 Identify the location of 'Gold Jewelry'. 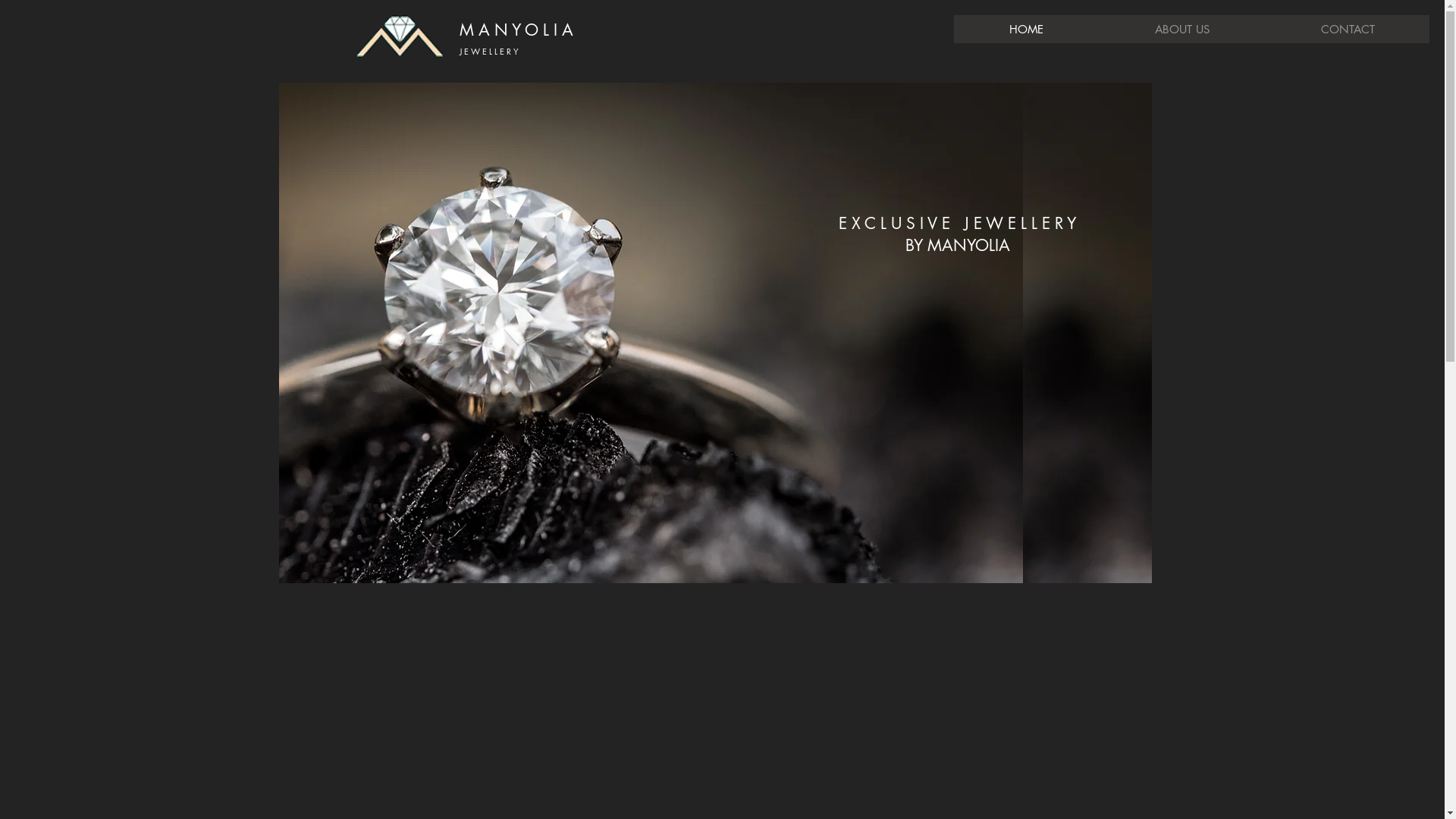
(651, 332).